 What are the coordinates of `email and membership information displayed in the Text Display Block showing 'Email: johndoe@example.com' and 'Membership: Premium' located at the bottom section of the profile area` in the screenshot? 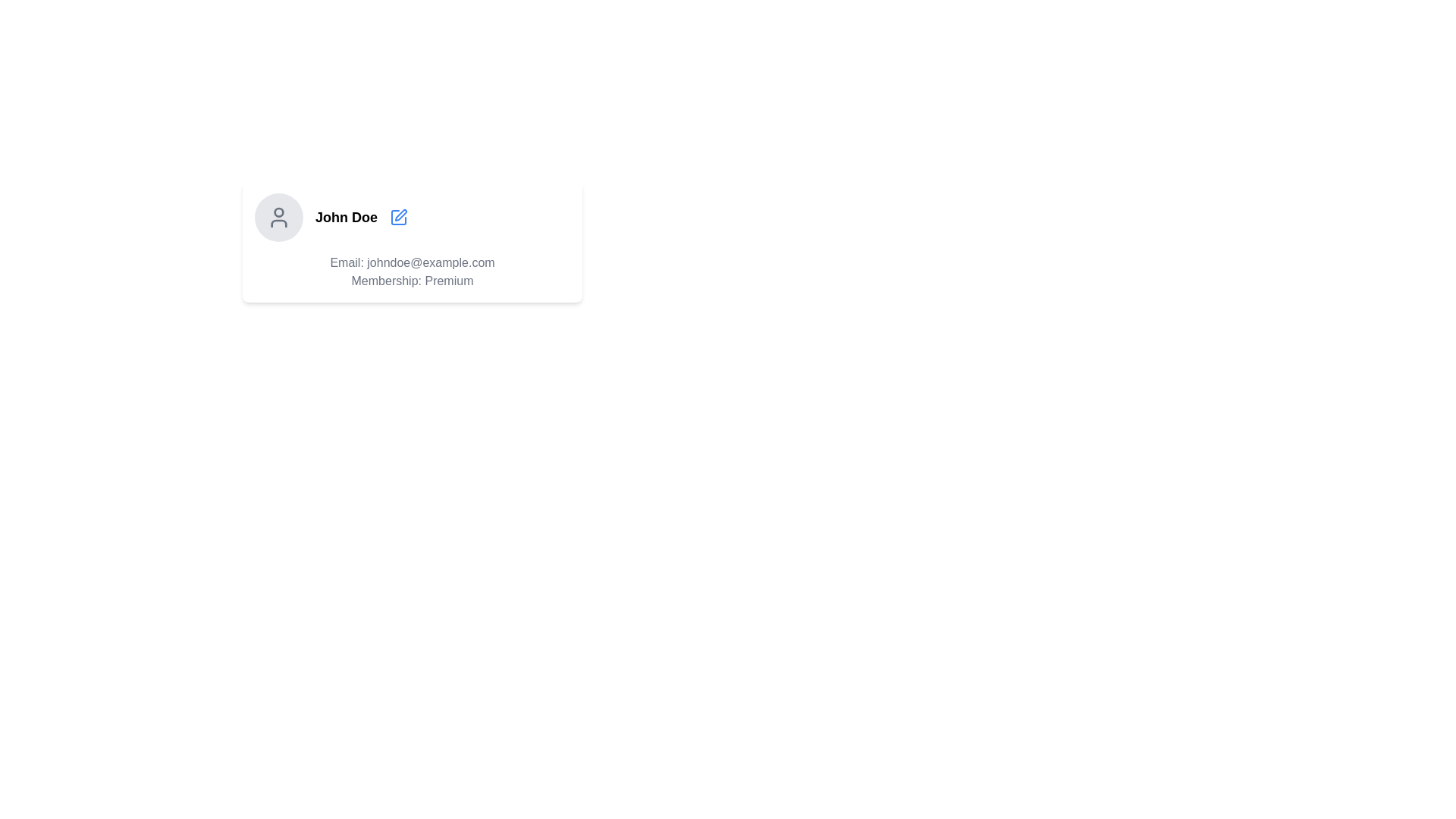 It's located at (412, 271).